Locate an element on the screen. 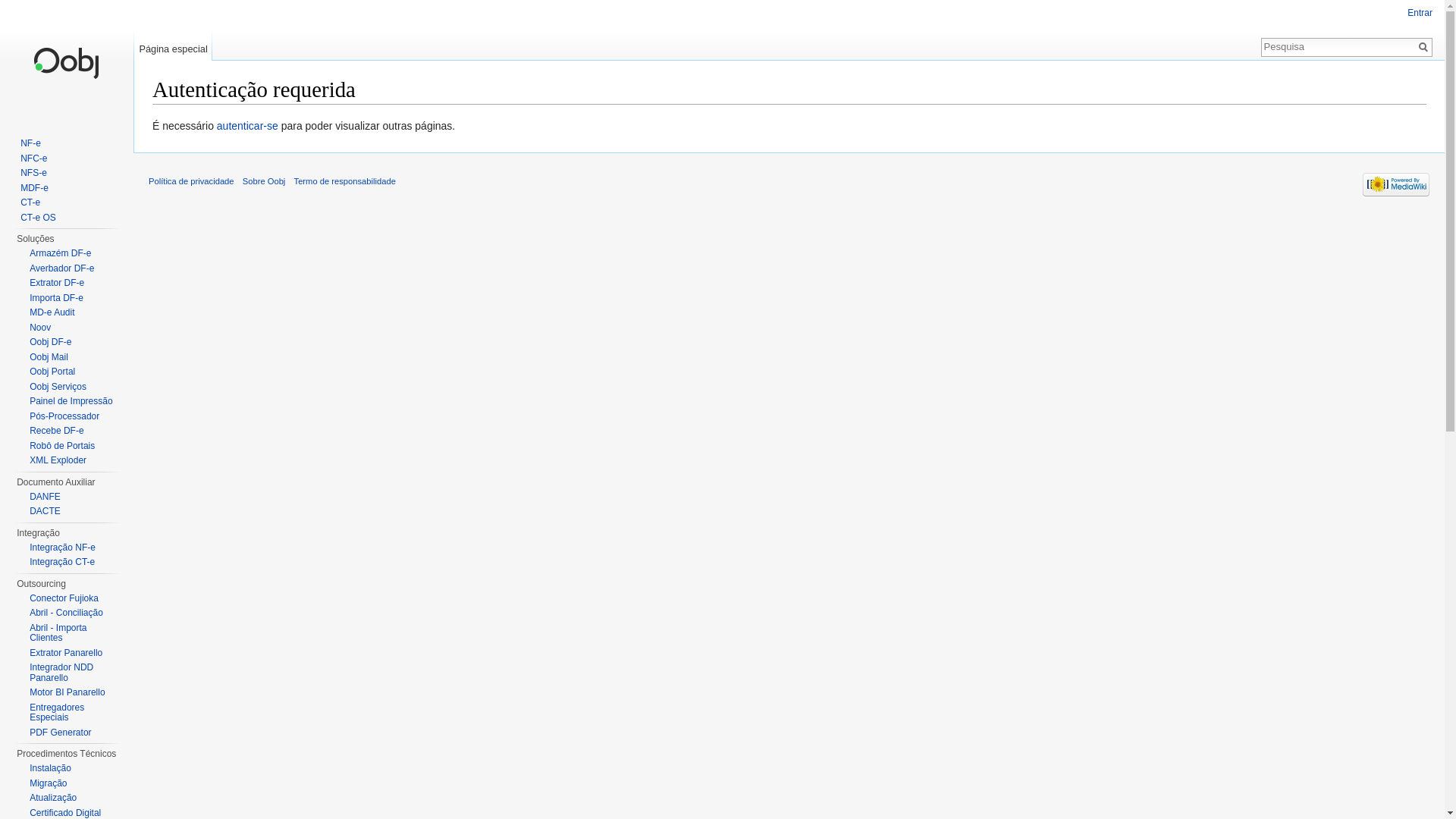 The image size is (1456, 819). 'Motor BI Panarello' is located at coordinates (66, 692).